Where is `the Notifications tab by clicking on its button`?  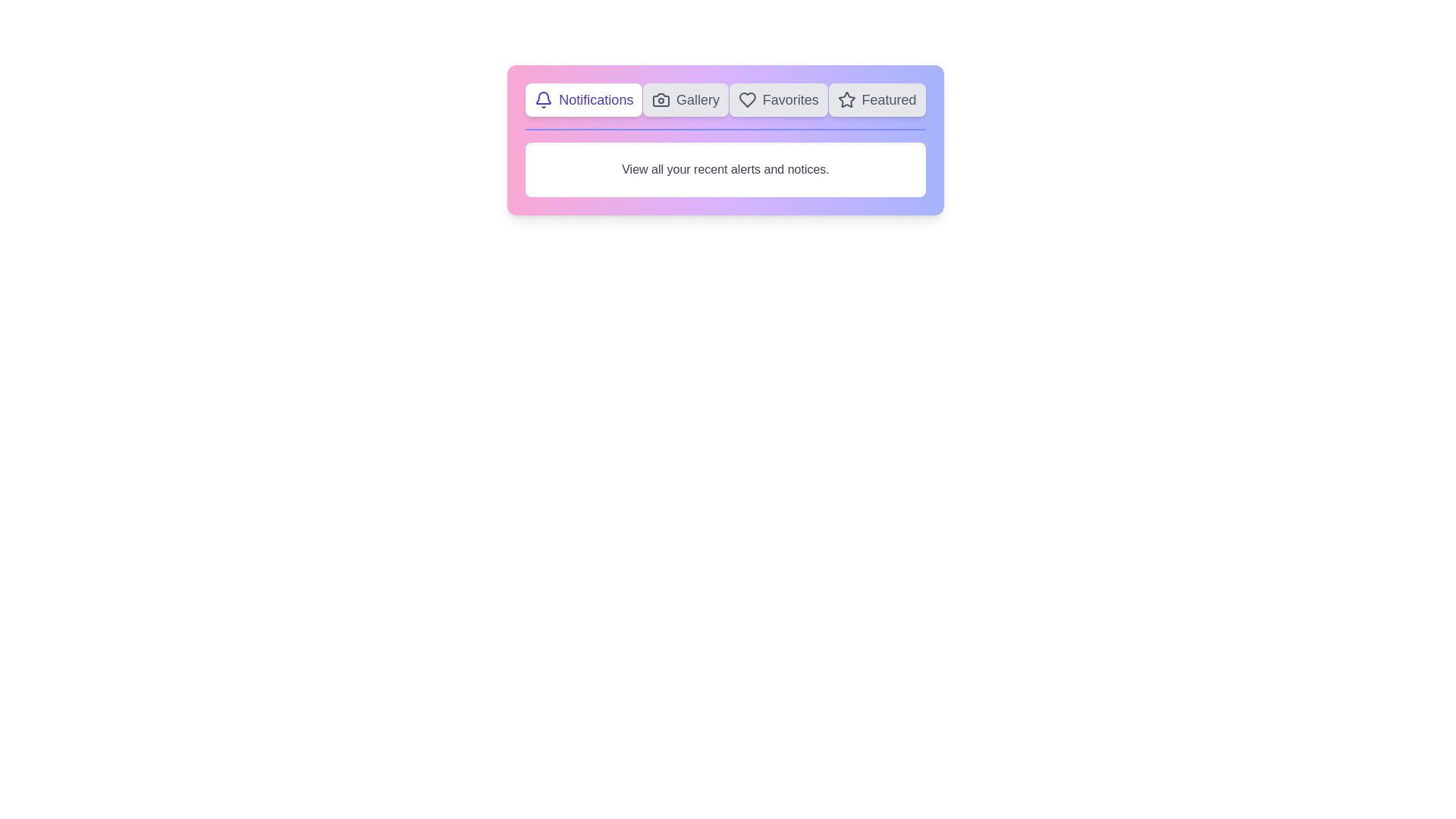
the Notifications tab by clicking on its button is located at coordinates (582, 99).